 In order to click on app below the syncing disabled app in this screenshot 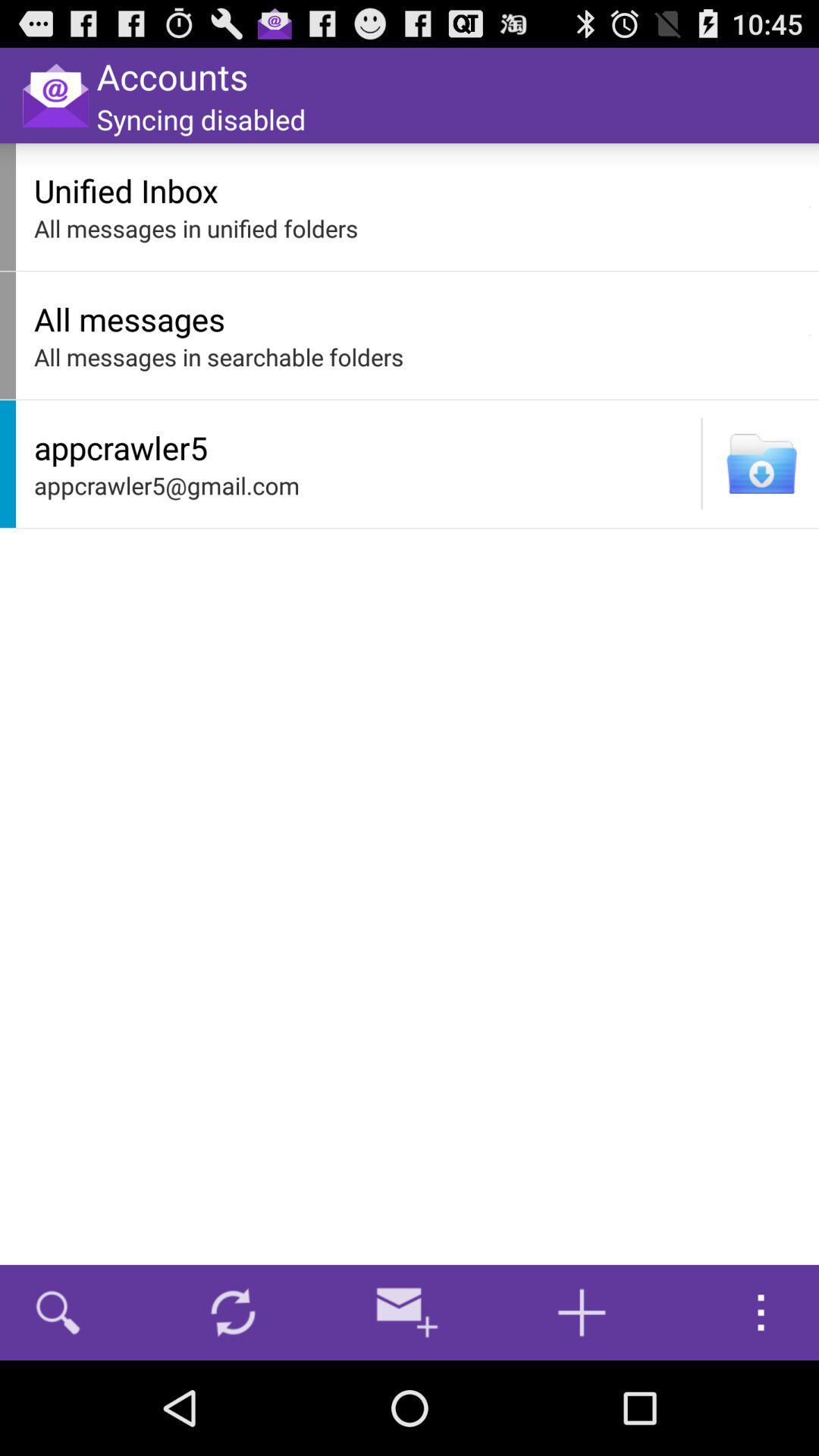, I will do `click(417, 190)`.